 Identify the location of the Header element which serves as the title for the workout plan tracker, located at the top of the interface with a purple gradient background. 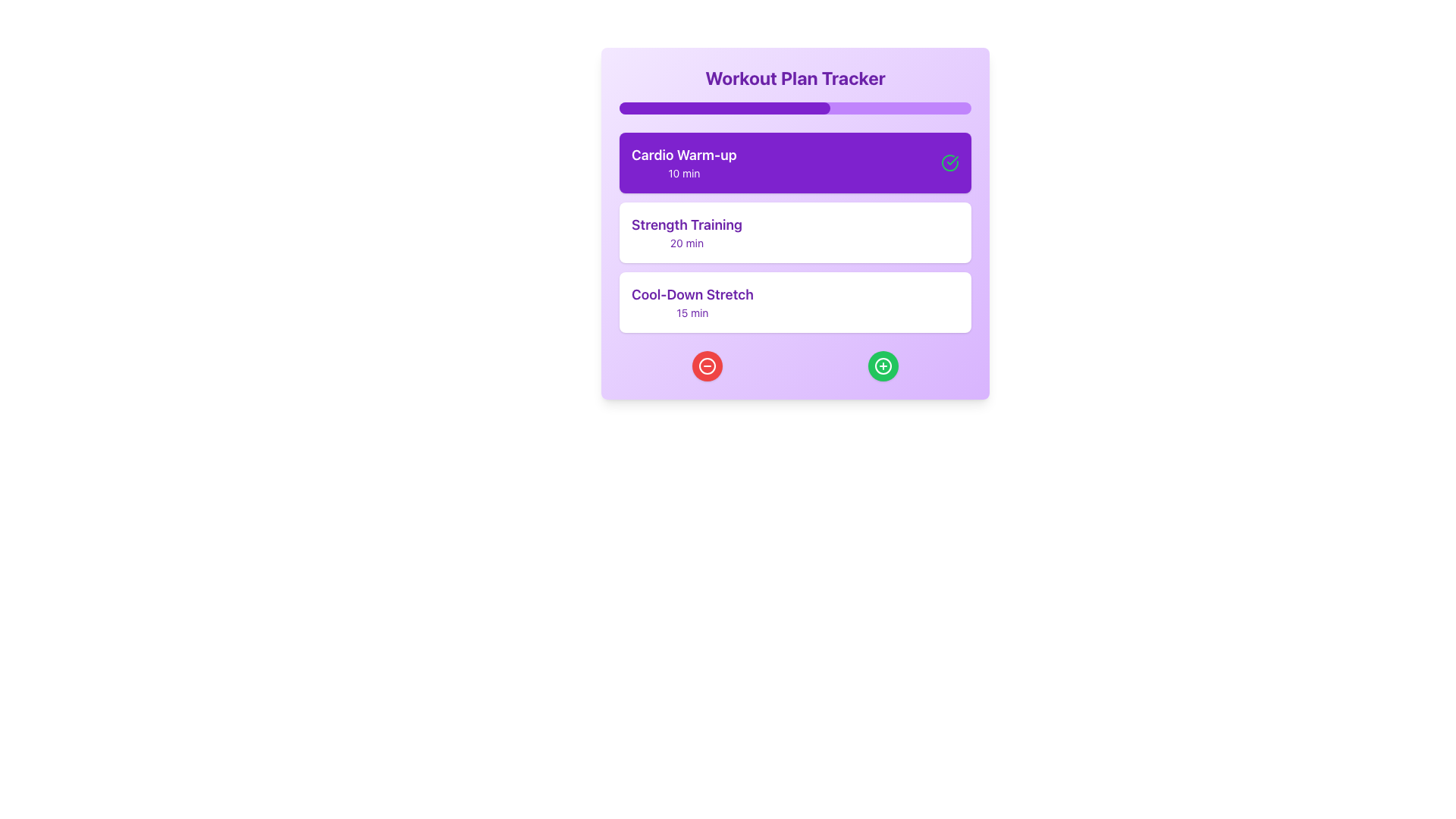
(795, 78).